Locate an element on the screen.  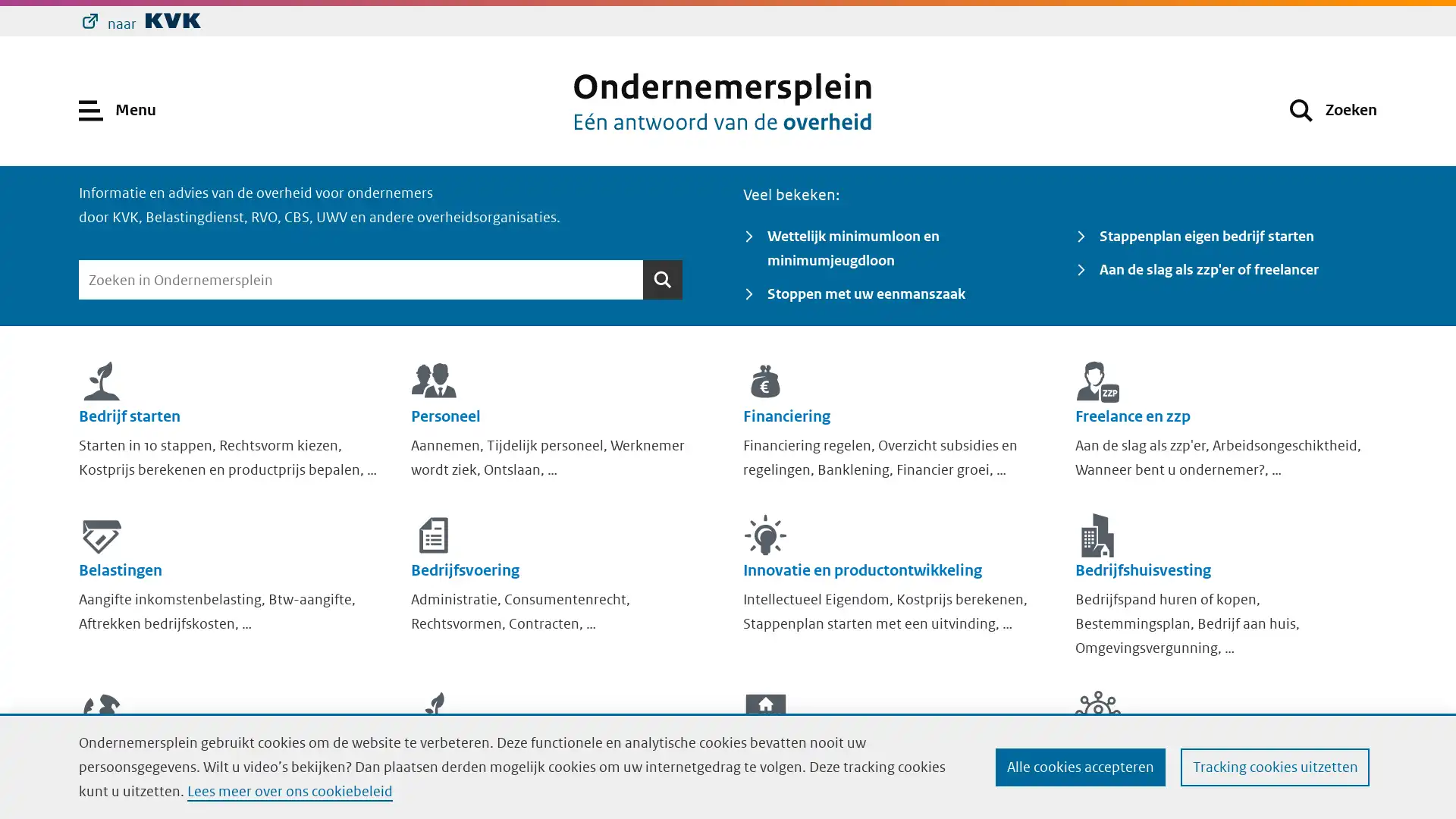
Alle cookies accepteren is located at coordinates (1080, 767).